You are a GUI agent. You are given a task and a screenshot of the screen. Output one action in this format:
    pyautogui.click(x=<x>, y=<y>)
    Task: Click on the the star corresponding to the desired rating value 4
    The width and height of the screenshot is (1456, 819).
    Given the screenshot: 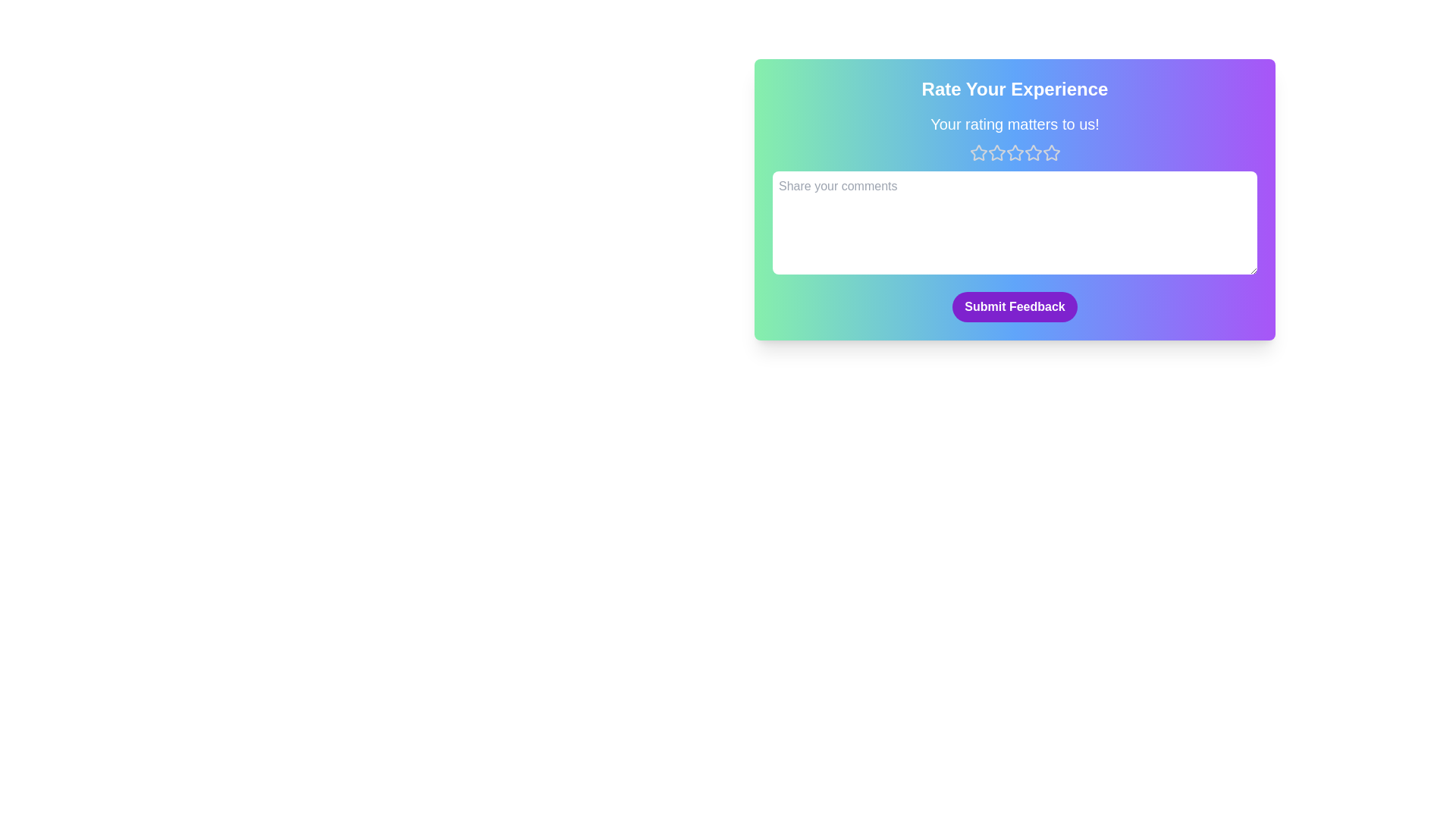 What is the action you would take?
    pyautogui.click(x=1032, y=152)
    